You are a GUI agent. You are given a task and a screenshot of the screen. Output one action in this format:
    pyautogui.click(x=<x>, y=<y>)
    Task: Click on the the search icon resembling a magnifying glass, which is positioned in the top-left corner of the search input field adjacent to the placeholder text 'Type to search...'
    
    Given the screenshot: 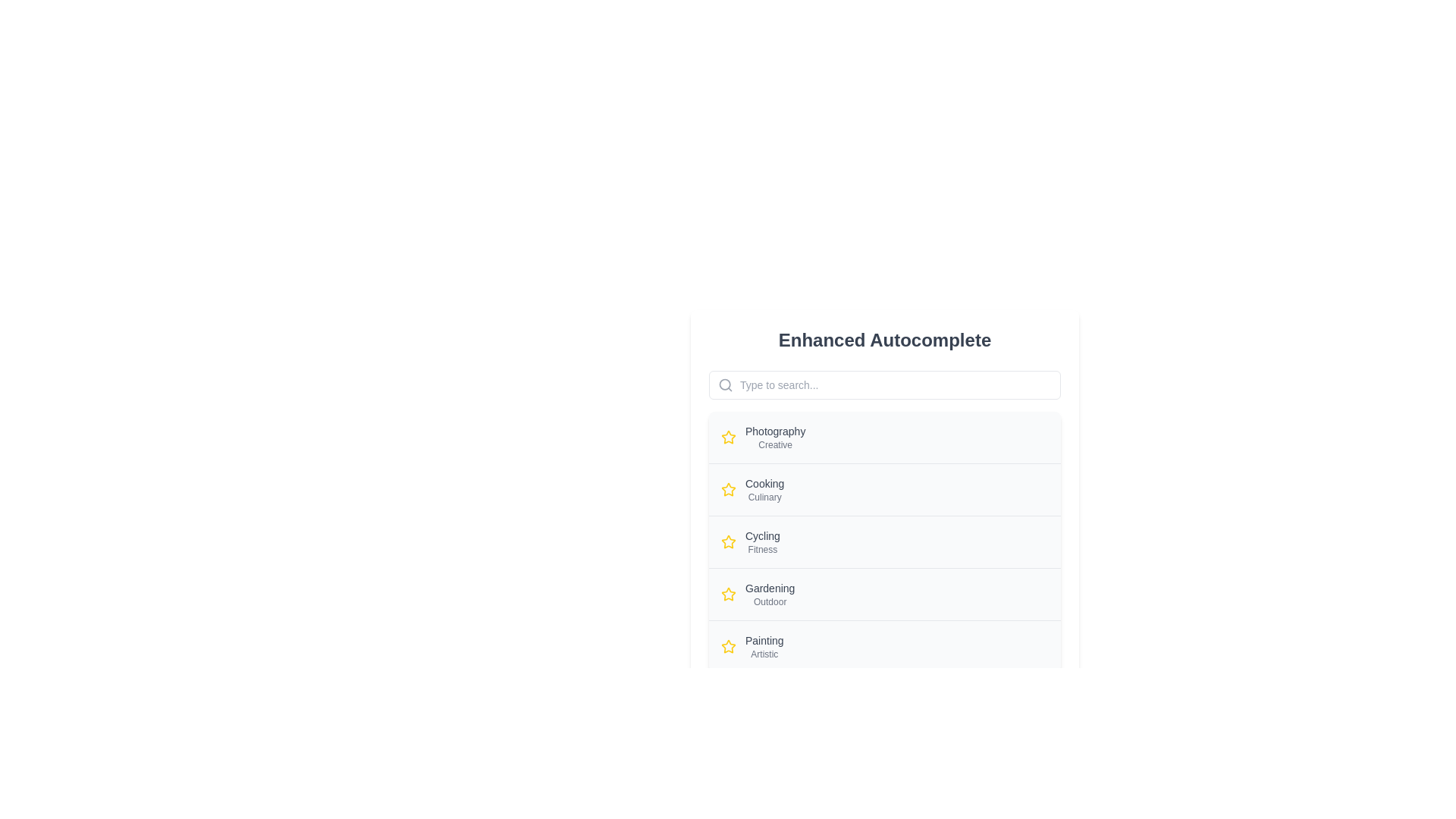 What is the action you would take?
    pyautogui.click(x=724, y=384)
    